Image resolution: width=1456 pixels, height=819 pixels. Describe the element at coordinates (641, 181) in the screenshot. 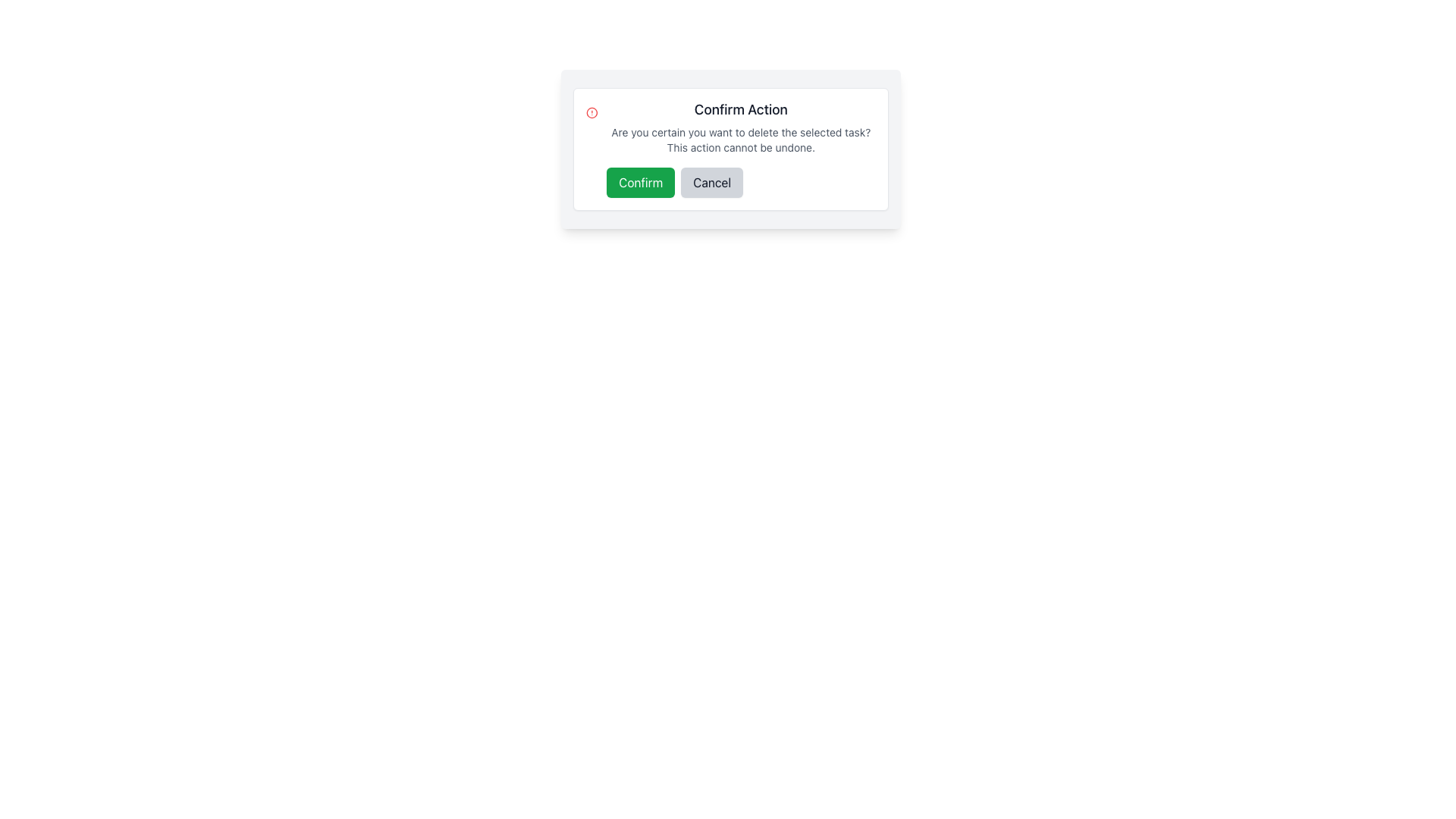

I see `the confirm button located at the bottom left of the modal dialog for keyboard navigation` at that location.